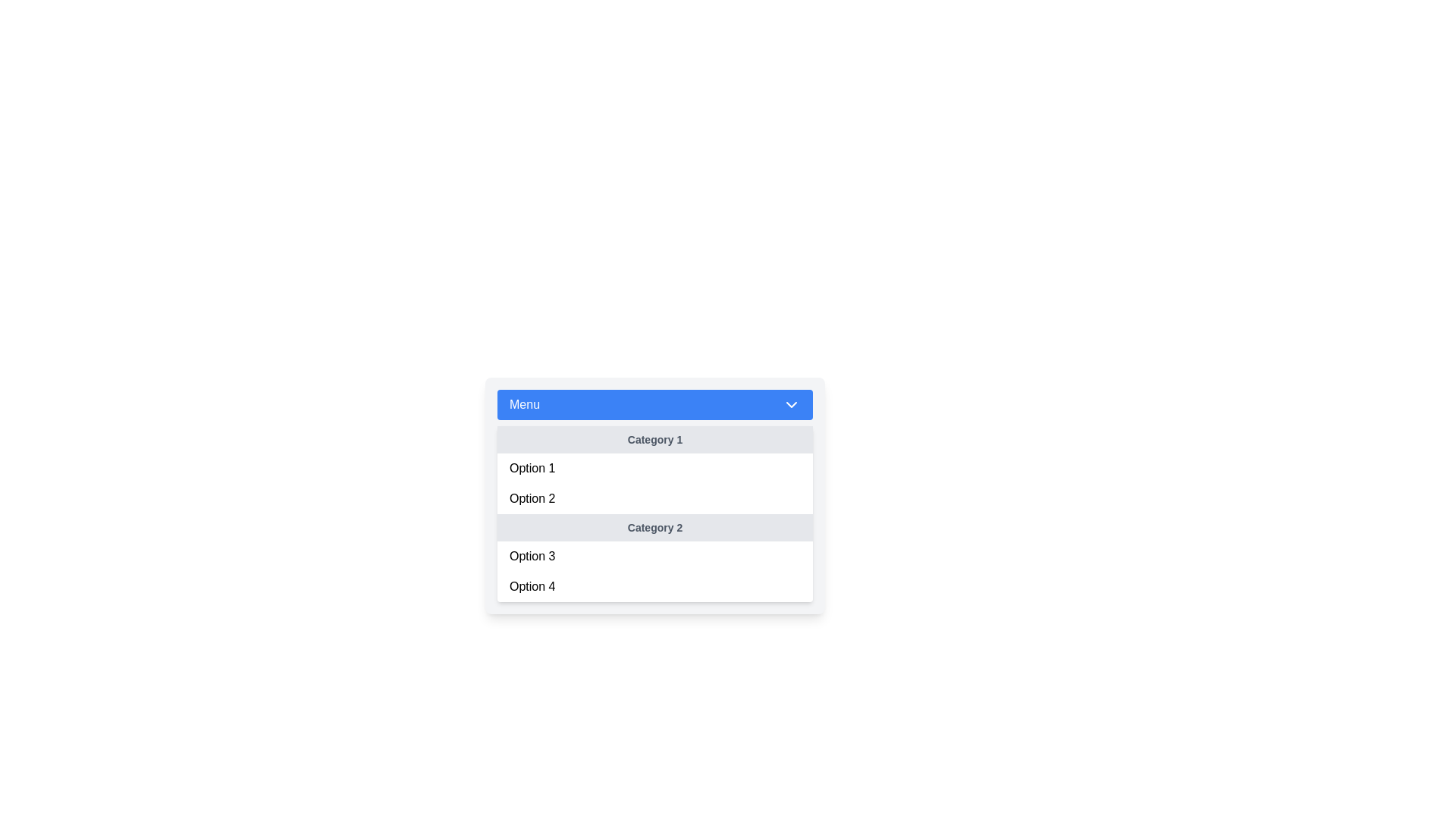 The image size is (1456, 819). Describe the element at coordinates (655, 526) in the screenshot. I see `the label with the text 'Category 2', which is a rectangular element with a light gray background and bold dark gray text, located in the dropdown menu` at that location.